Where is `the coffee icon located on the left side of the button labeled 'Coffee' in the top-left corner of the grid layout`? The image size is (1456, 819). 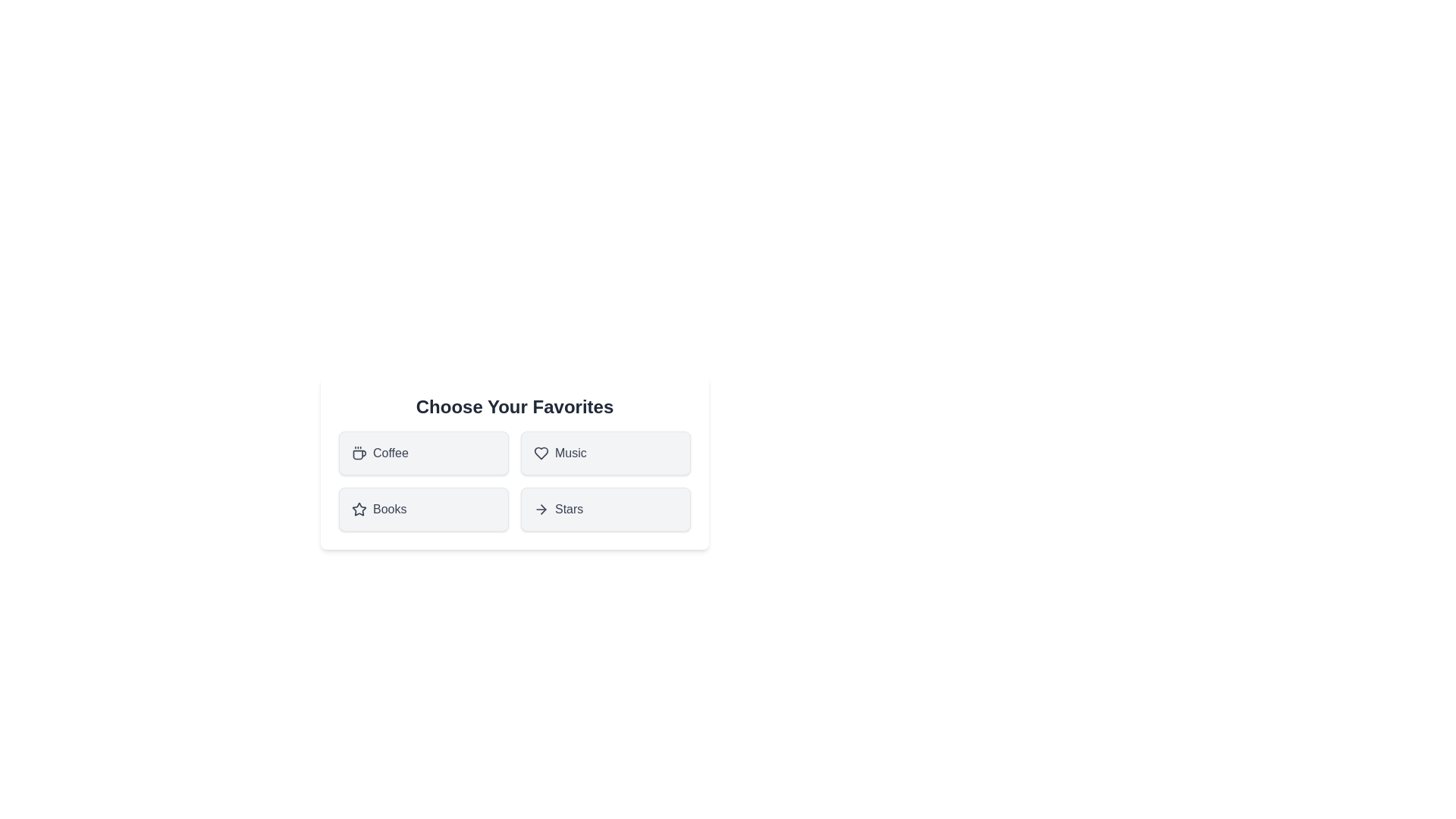 the coffee icon located on the left side of the button labeled 'Coffee' in the top-left corner of the grid layout is located at coordinates (359, 452).